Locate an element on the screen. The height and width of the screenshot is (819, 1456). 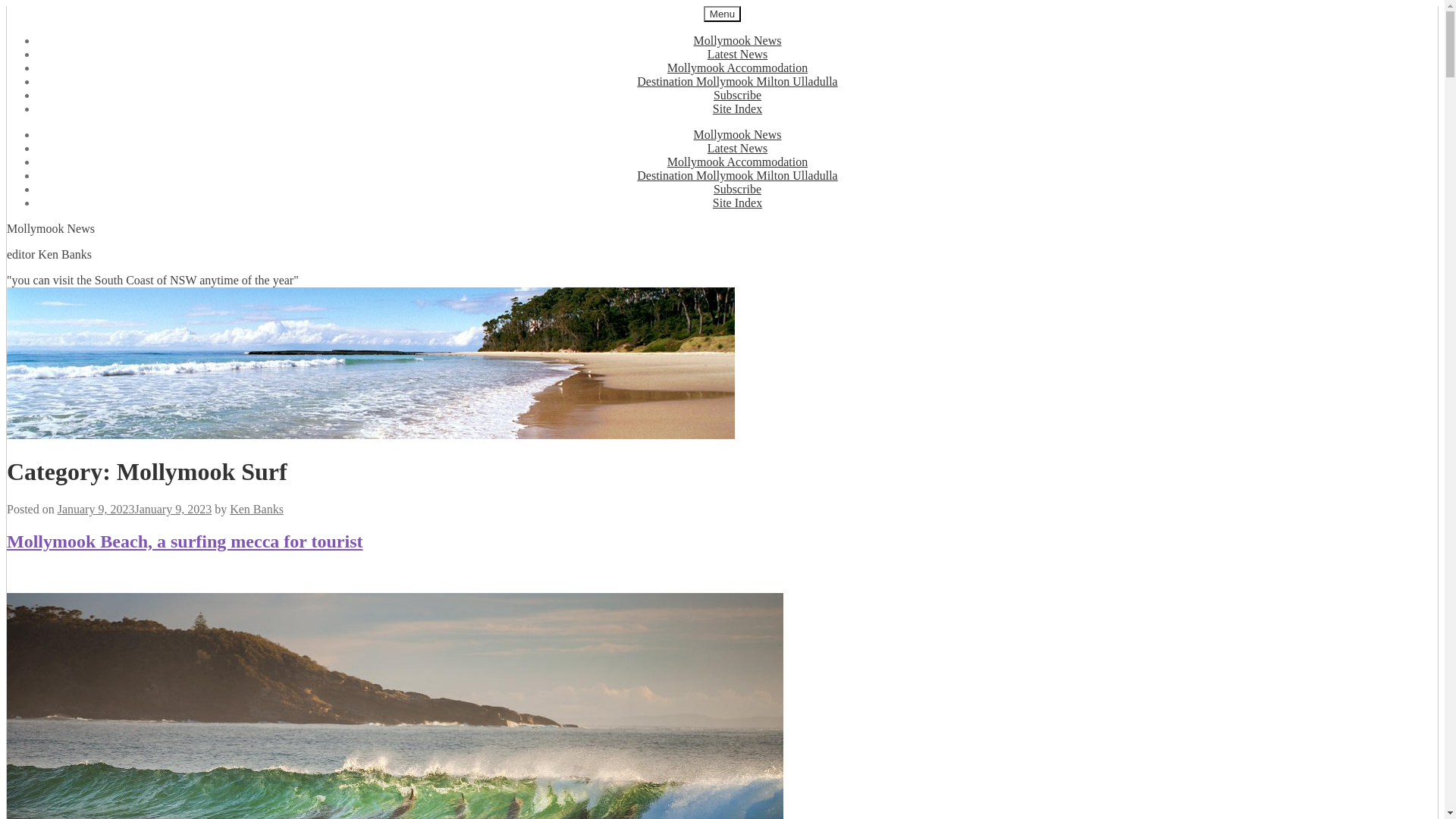
'Mollymook News' is located at coordinates (736, 39).